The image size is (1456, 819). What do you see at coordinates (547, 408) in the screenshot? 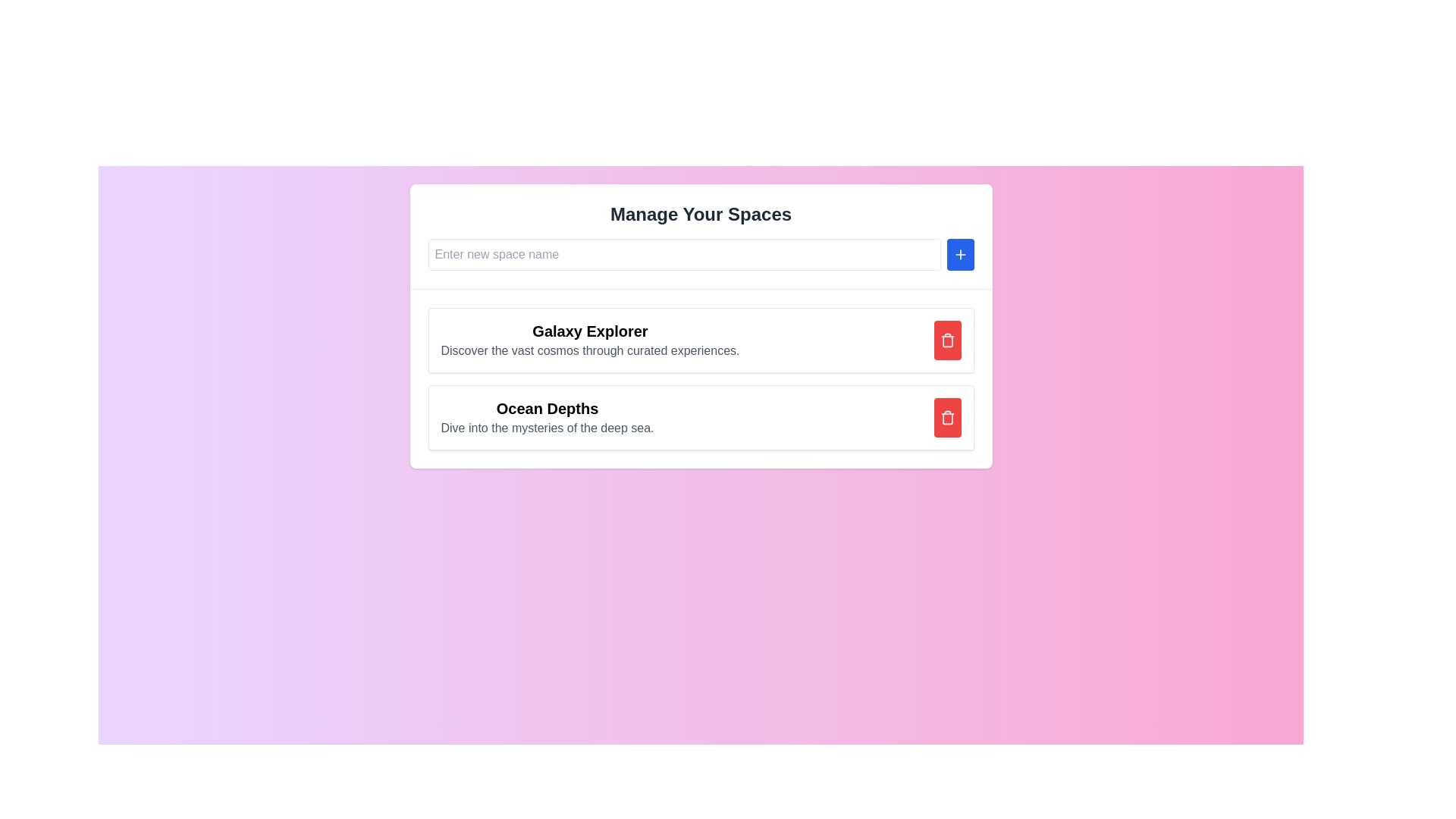
I see `the Text label that serves as a title for the 'Ocean Depths' content section, located centrally above the subtitle 'Dive into the mysteries of the deep sea.'` at bounding box center [547, 408].